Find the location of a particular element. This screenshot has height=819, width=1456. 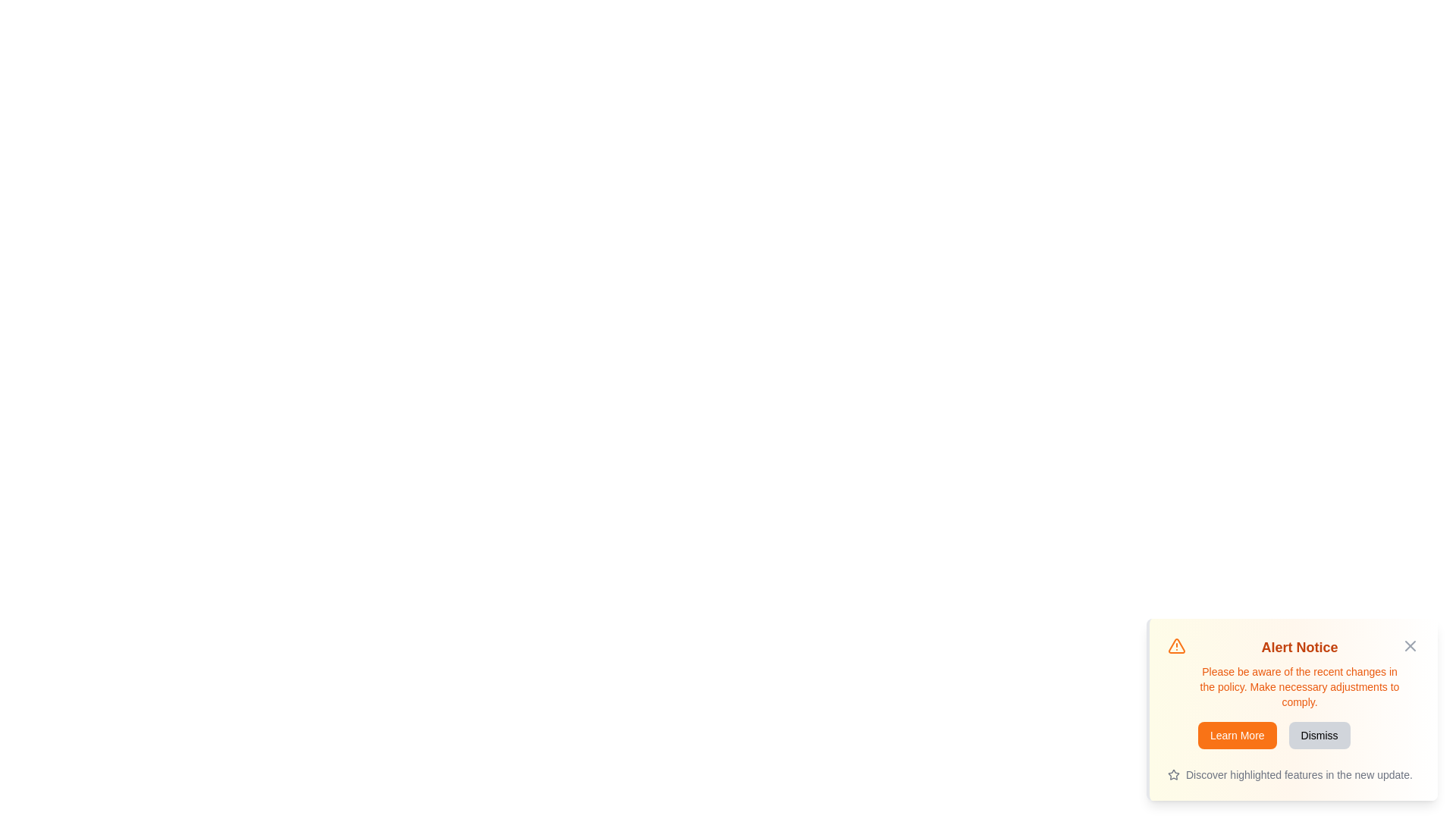

'Learn More' button to get more information is located at coordinates (1237, 734).